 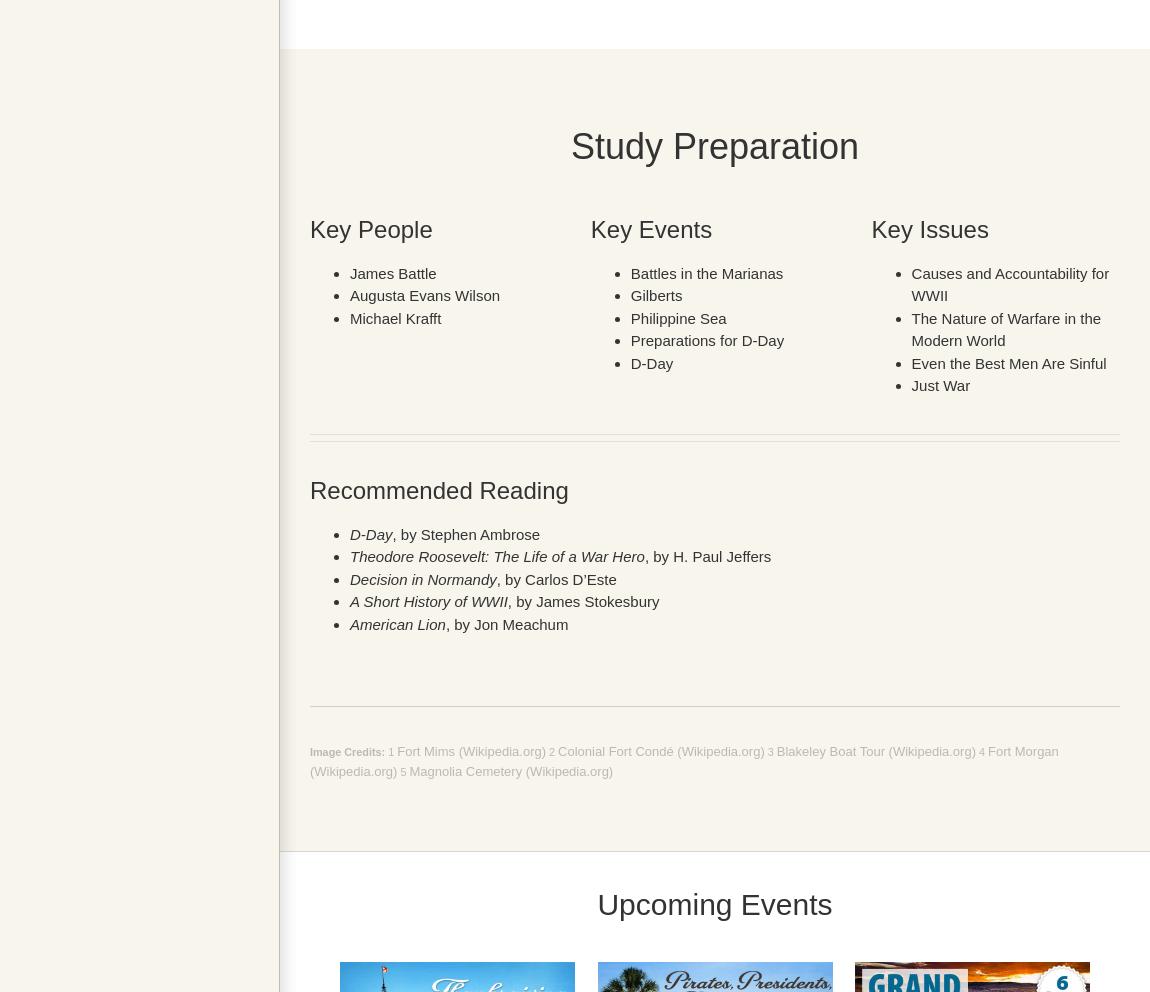 I want to click on 'Magnolia Cemetery (Wikipedia.org)', so click(x=510, y=769).